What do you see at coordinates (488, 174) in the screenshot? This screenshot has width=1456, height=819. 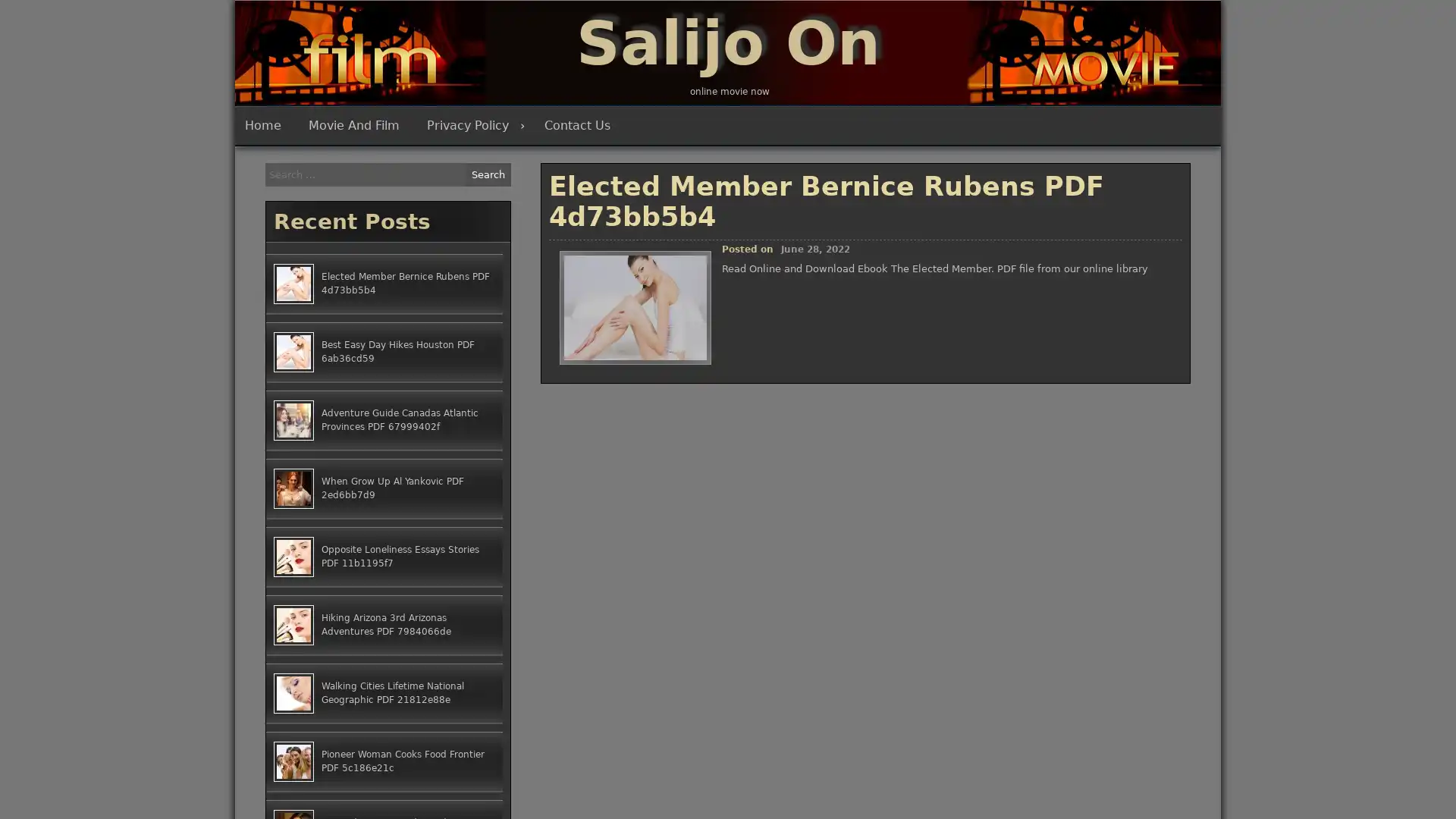 I see `Search` at bounding box center [488, 174].